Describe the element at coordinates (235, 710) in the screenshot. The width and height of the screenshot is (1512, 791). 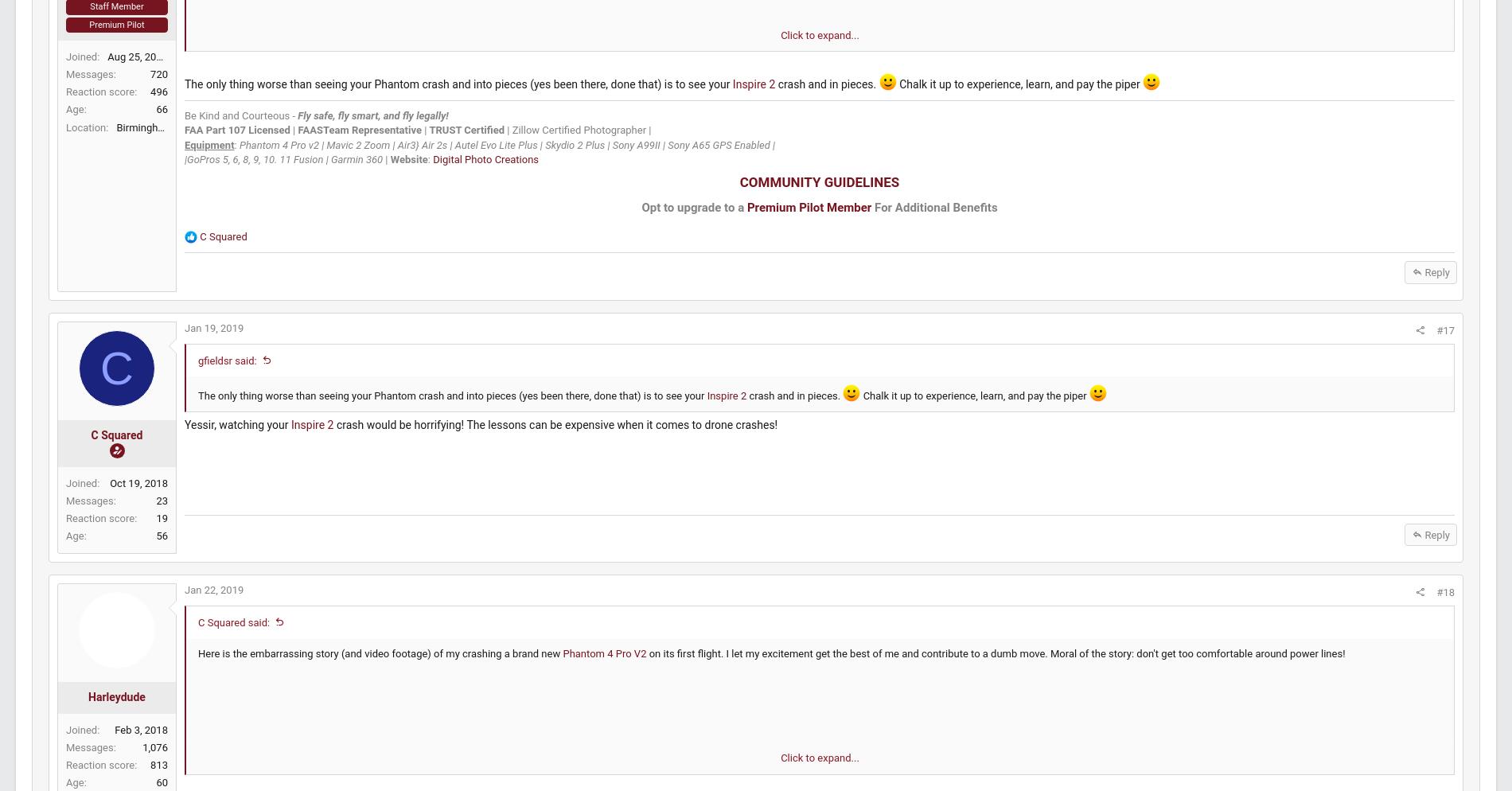
I see `'on its first flight. I let my excitement get the best of me and contribute to a dumb move. Moral of the story: don't get too comfortable around power lines!'` at that location.